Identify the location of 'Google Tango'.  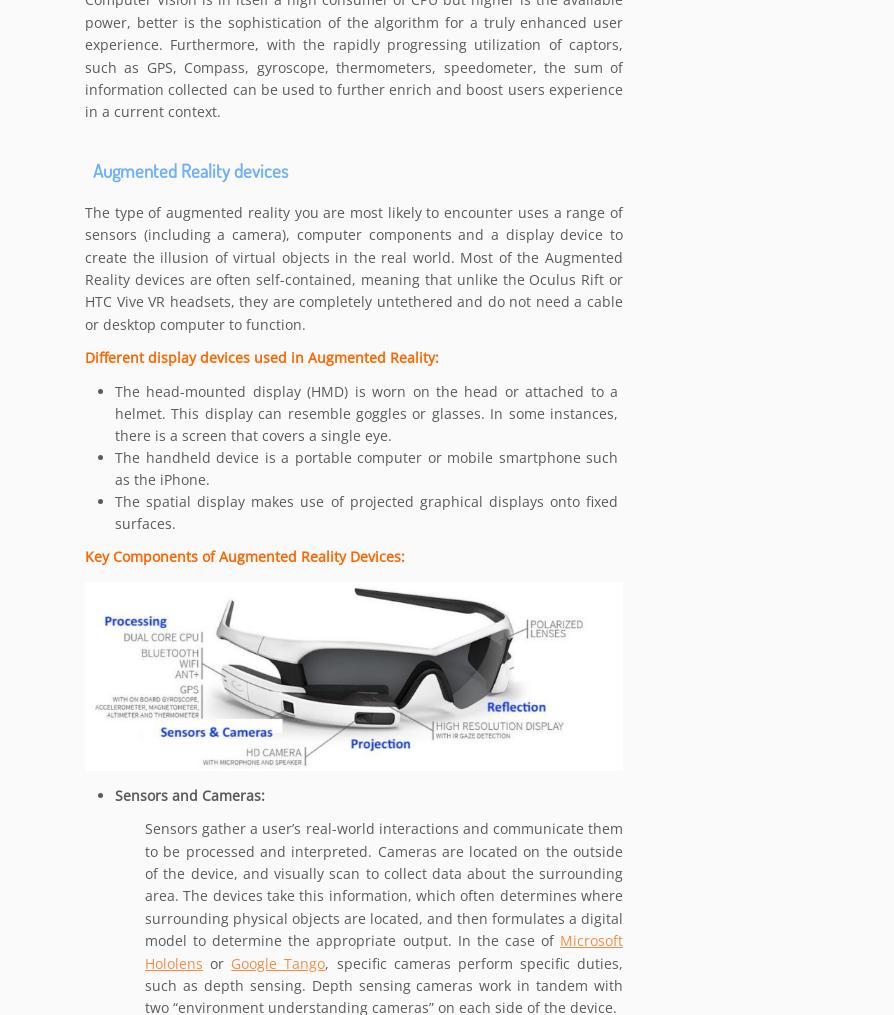
(277, 964).